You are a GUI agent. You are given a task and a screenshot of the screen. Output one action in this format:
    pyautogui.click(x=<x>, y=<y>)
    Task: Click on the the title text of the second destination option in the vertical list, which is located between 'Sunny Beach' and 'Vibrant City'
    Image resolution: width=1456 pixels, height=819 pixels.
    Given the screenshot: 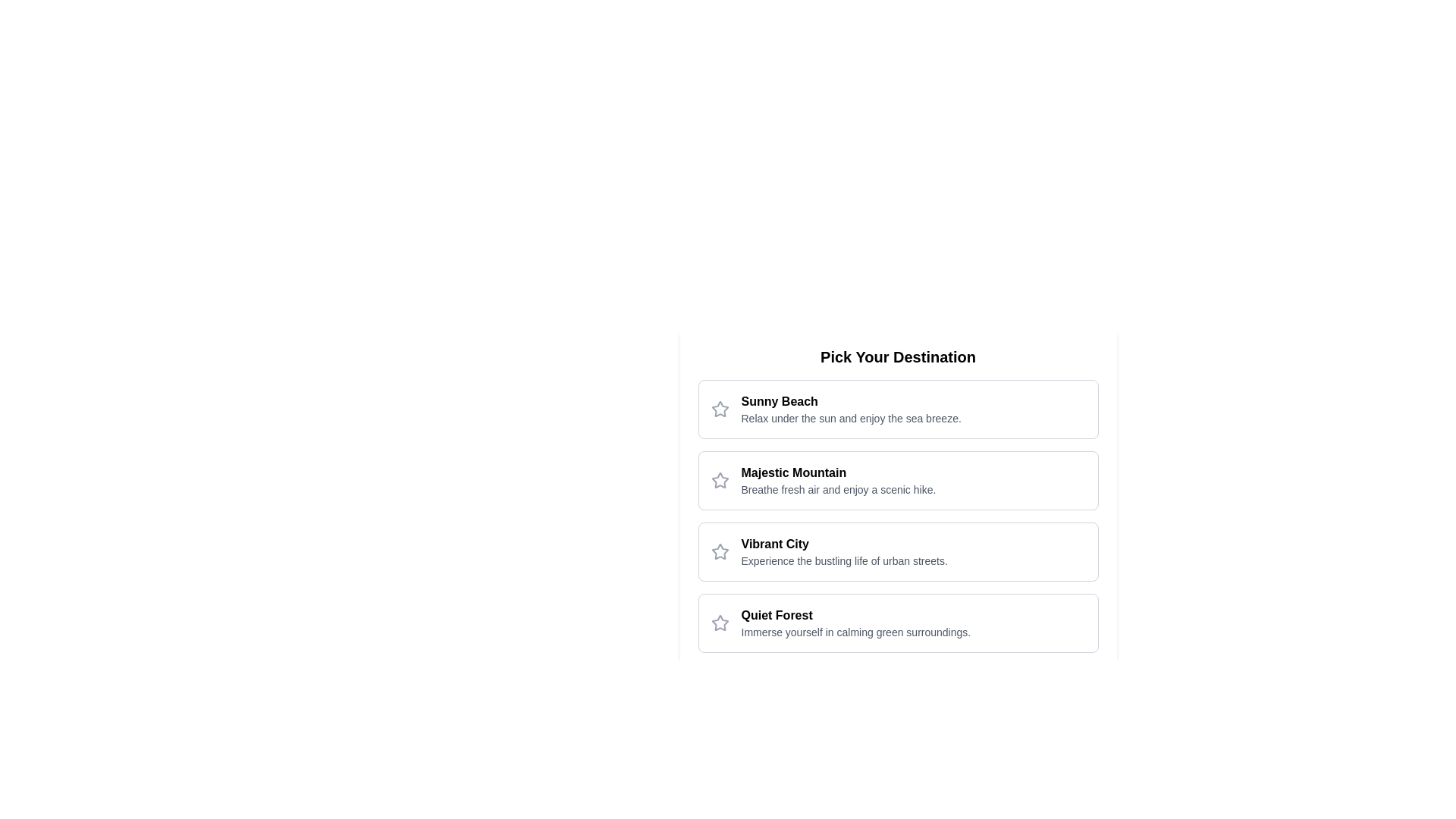 What is the action you would take?
    pyautogui.click(x=837, y=472)
    